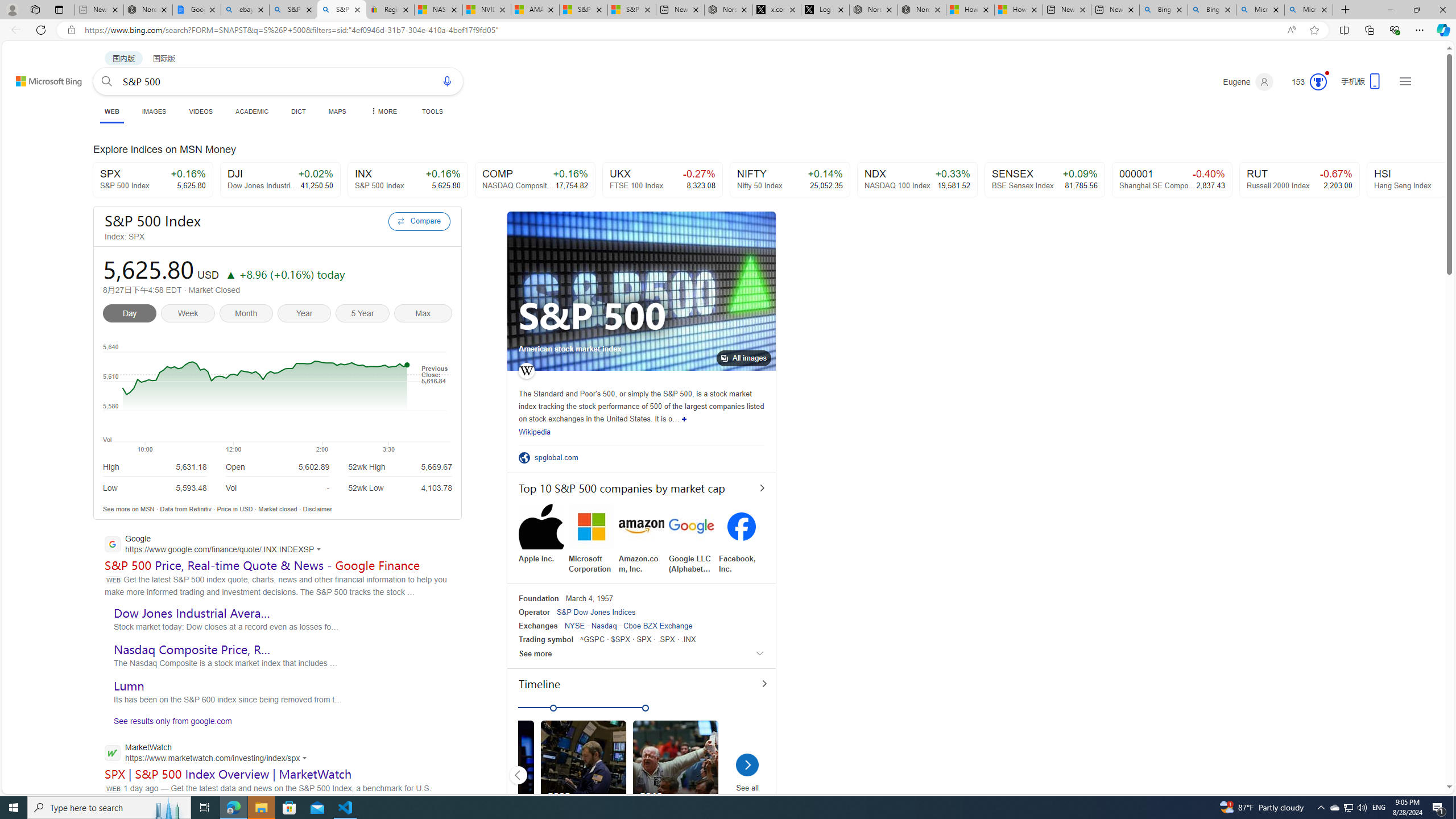  Describe the element at coordinates (336, 111) in the screenshot. I see `'MAPS'` at that location.